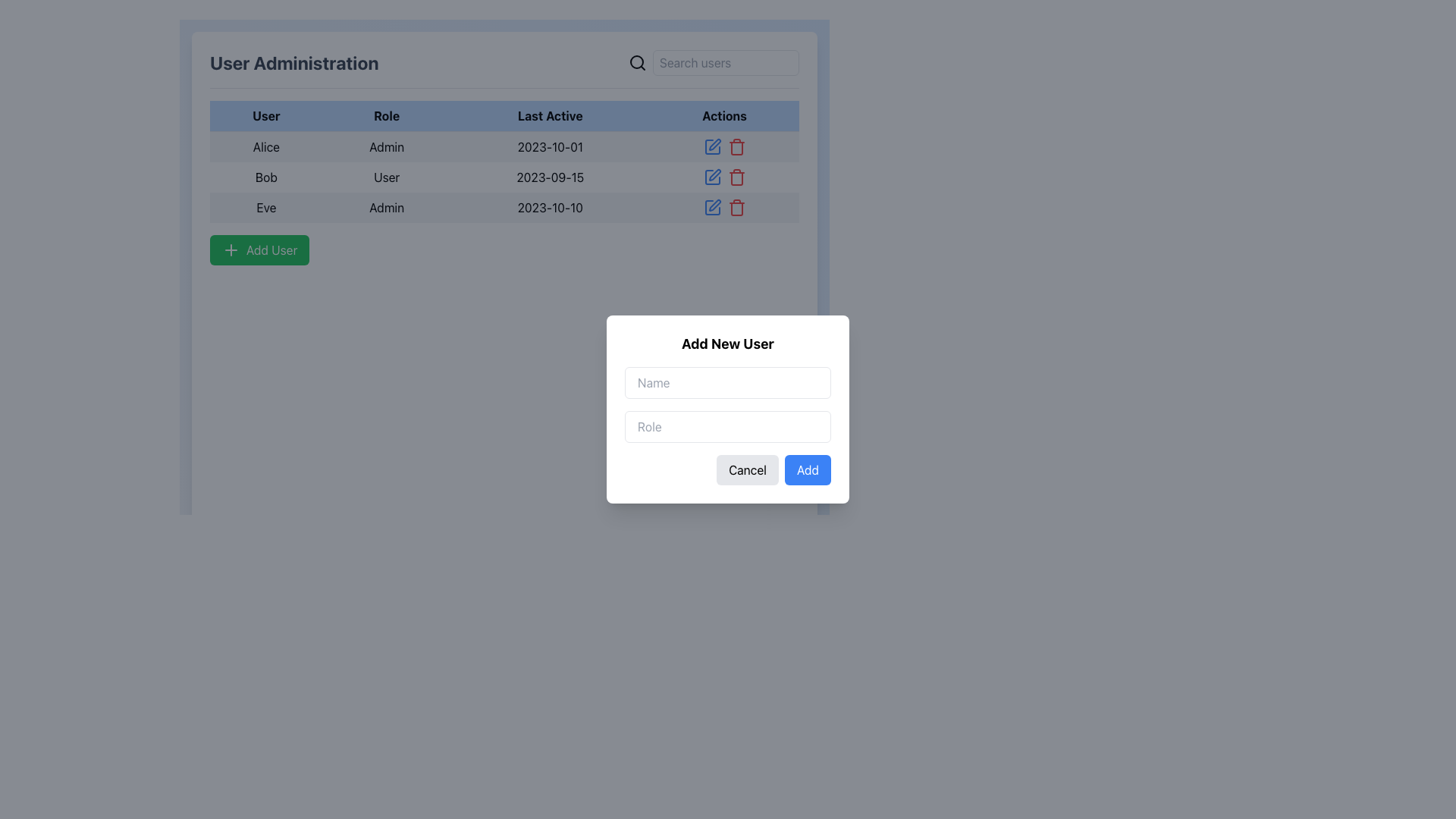 This screenshot has height=819, width=1456. I want to click on the small pen icon button in the Actions column for the user 'Alice' to initiate editing, so click(713, 145).